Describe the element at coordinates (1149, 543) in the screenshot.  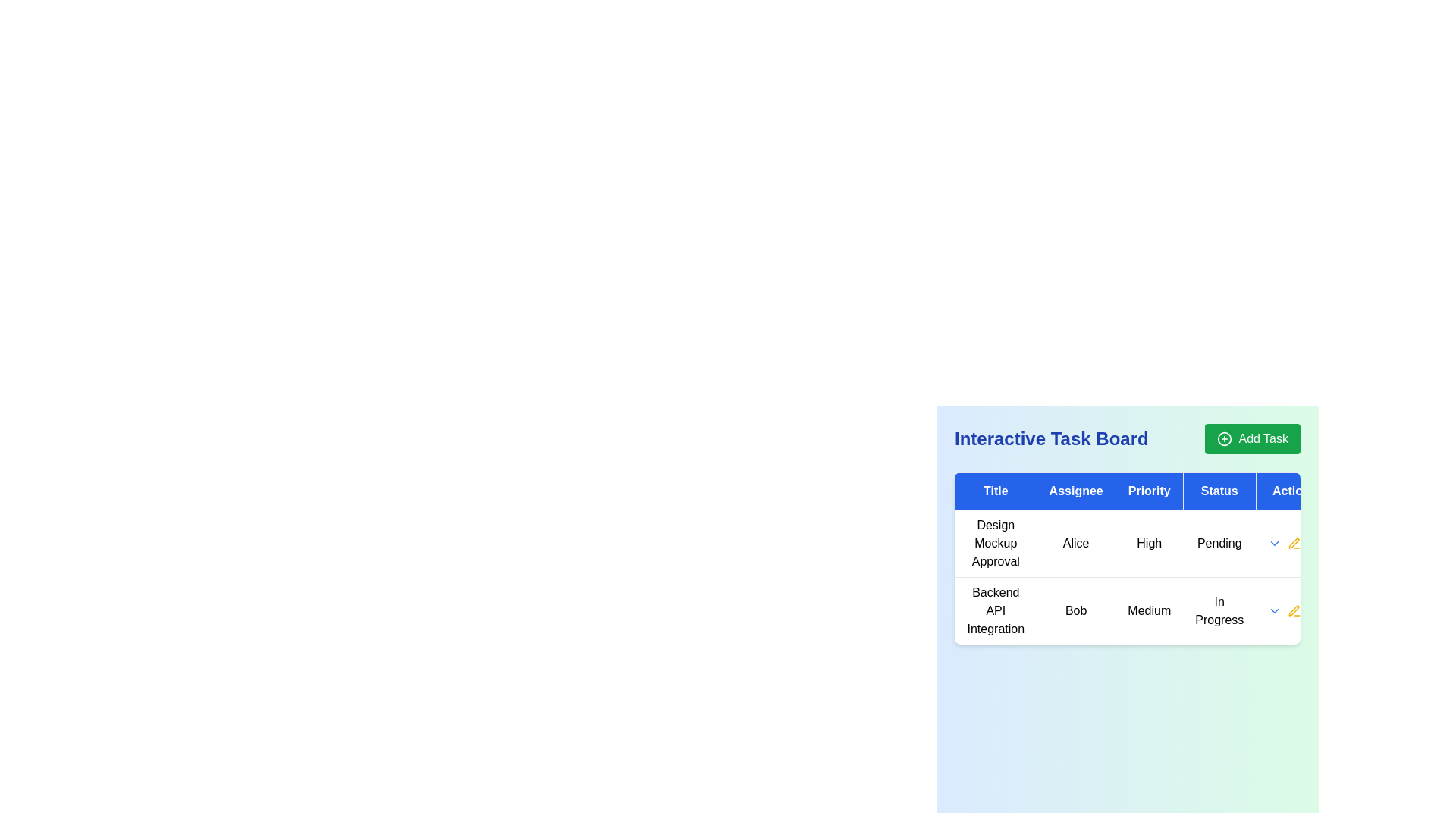
I see `the text label displaying 'High', which is located in the third column of the top row under the 'Priority' column in a table layout` at that location.